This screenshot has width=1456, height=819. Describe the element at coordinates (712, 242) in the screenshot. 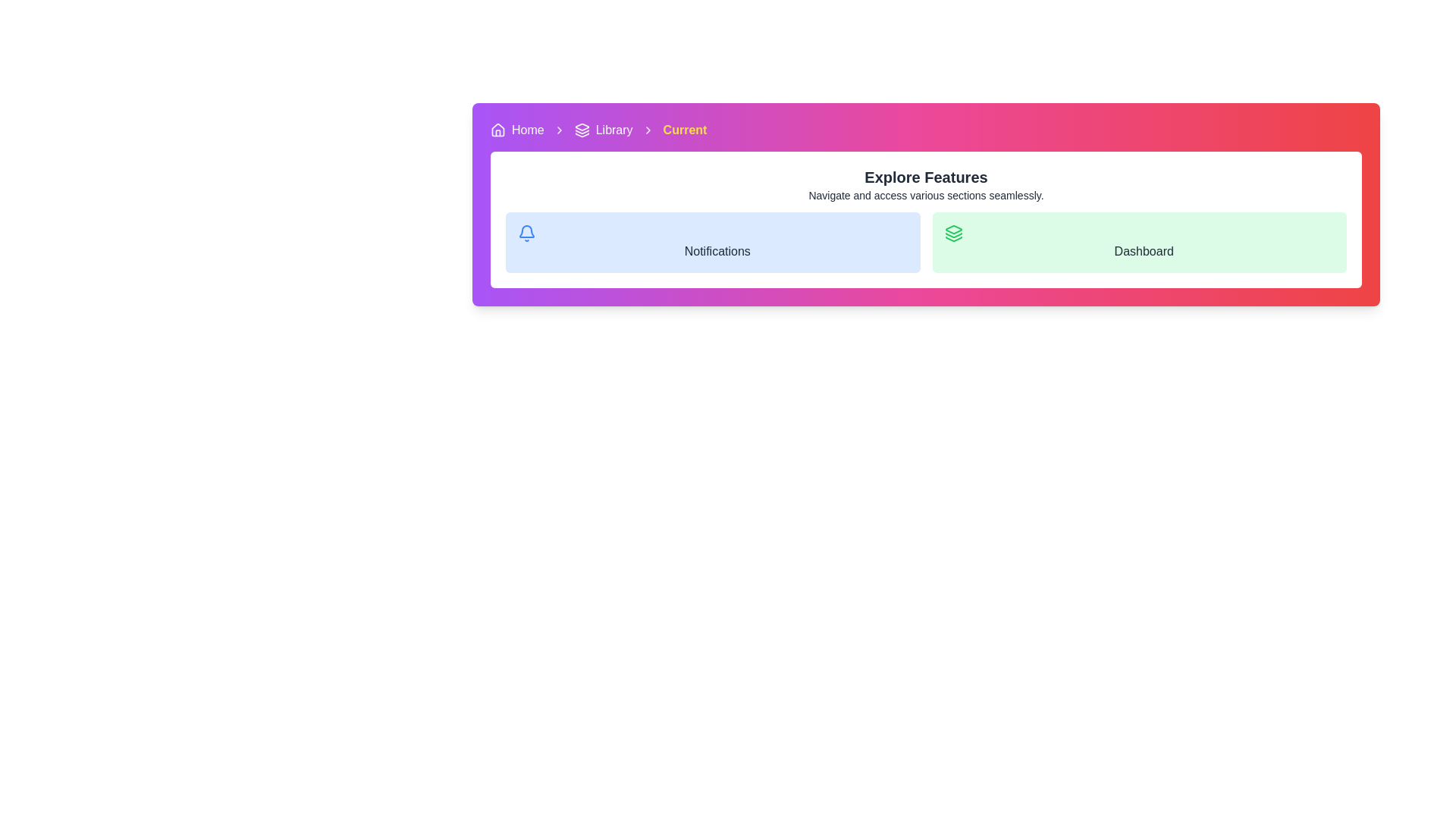

I see `the Notifications button, which has a pastel blue background and a bell icon to the left of the text 'Notifications'` at that location.